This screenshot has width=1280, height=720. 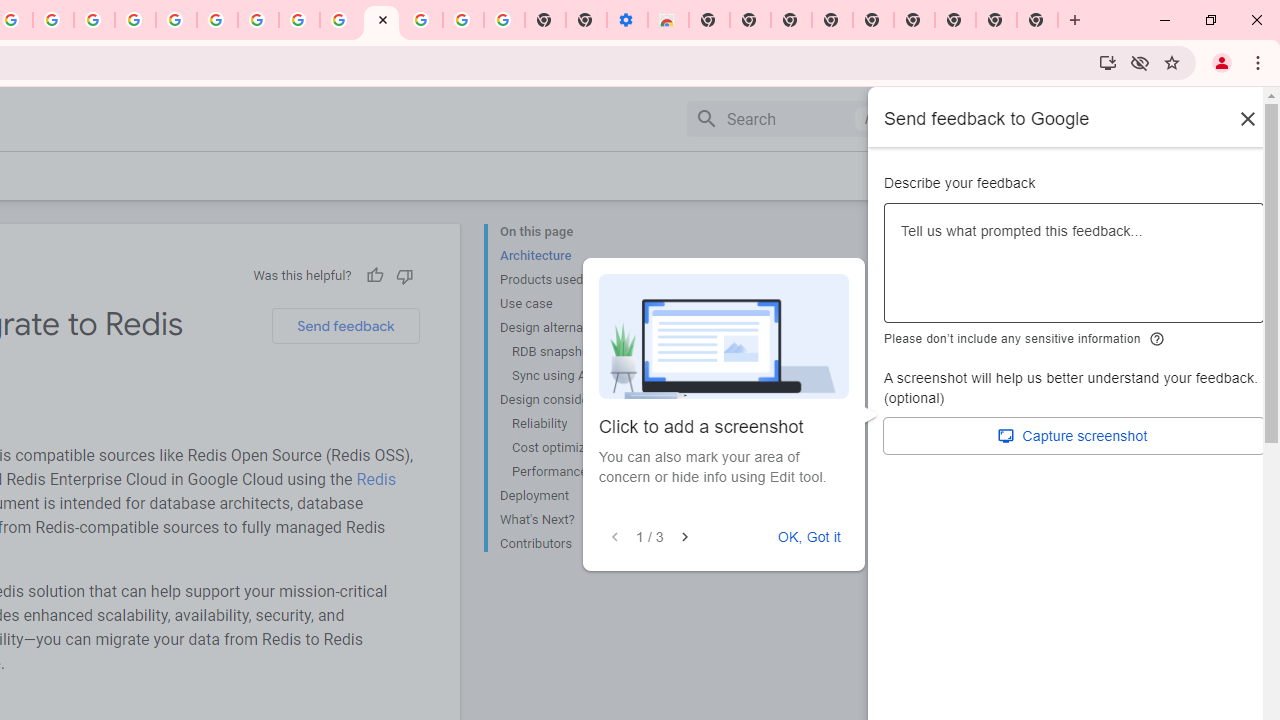 I want to click on 'Install Google Cloud', so click(x=1106, y=61).